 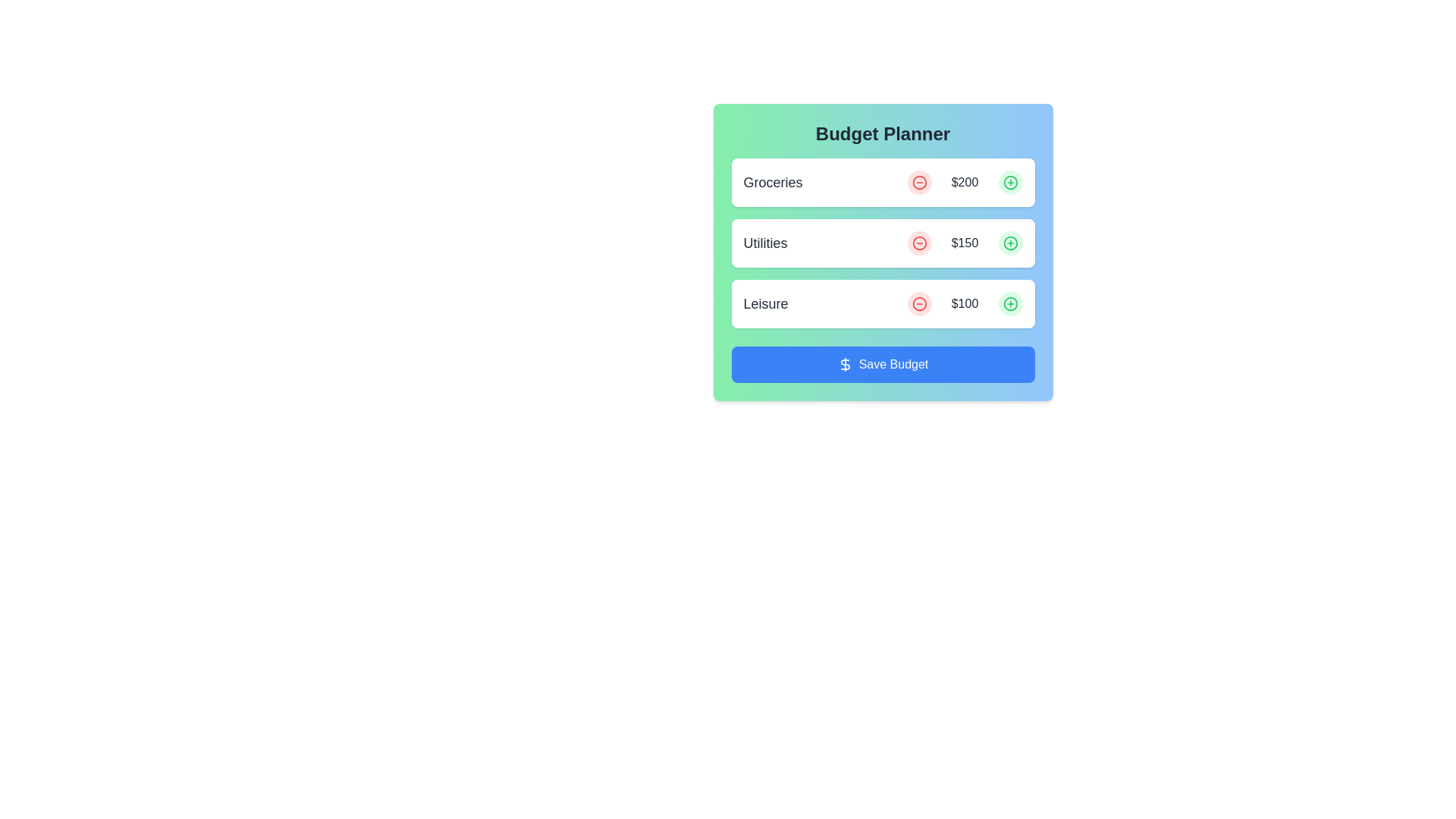 What do you see at coordinates (883, 181) in the screenshot?
I see `the first List item in the 'Budget Planner' interface that contains the text 'Groceries', a red button with a minus icon, the monetary value '$200', and a green button with a plus icon` at bounding box center [883, 181].